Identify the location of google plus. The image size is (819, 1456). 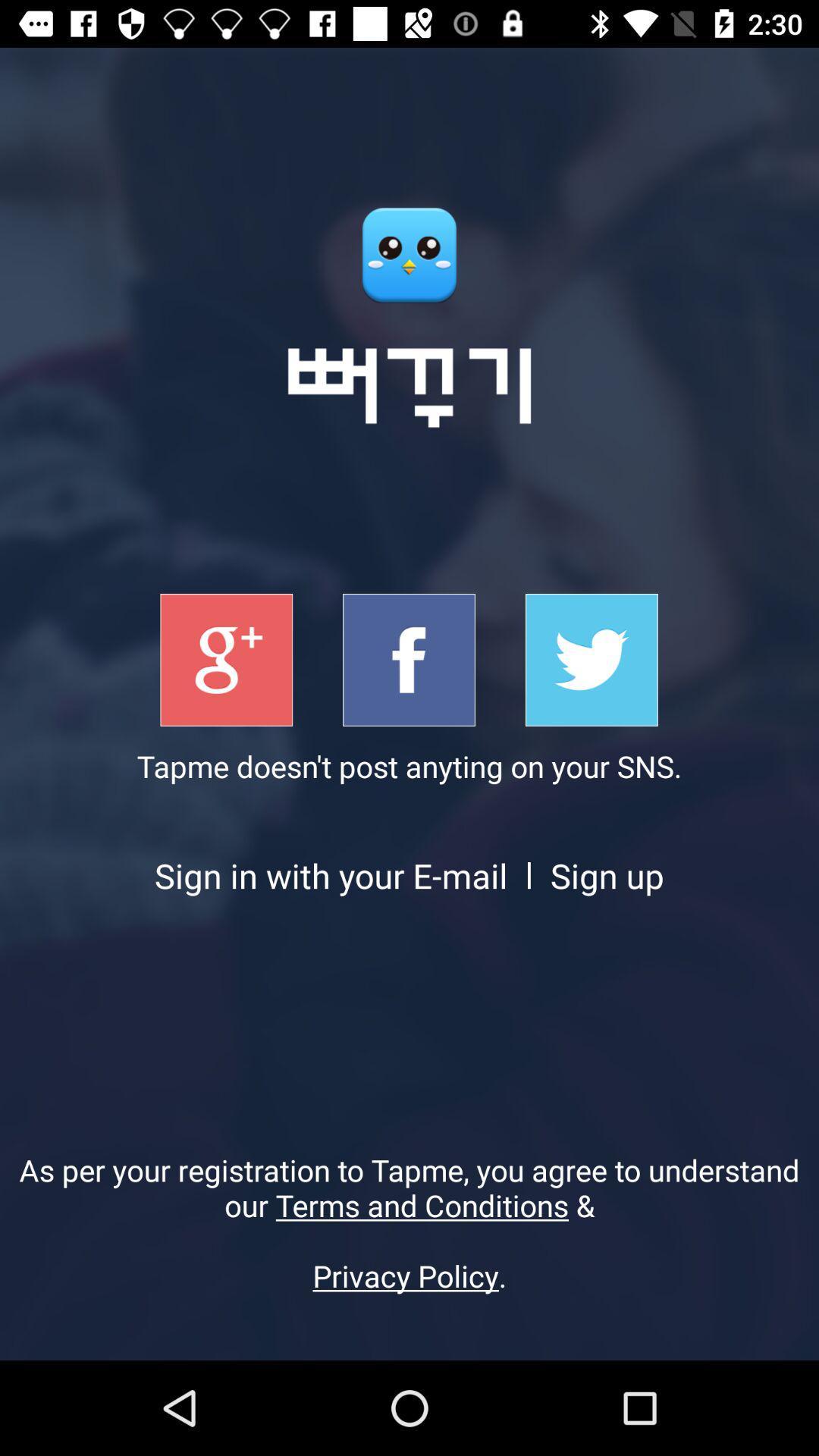
(226, 660).